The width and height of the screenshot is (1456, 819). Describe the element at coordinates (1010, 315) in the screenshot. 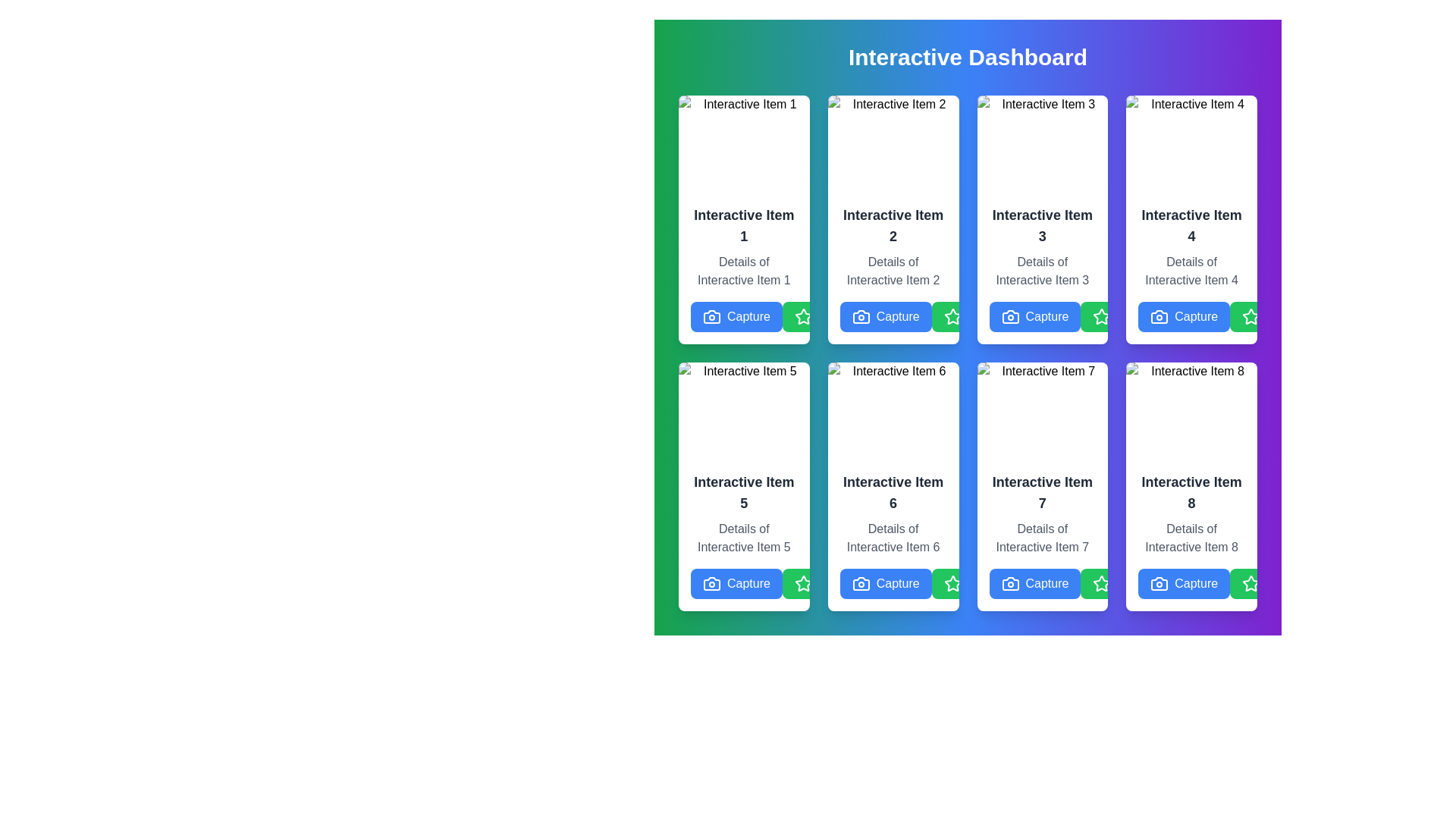

I see `the camera icon, which is a minimalistic representation with a rectangle body and a lens circle, located within the action buttons section of 'Interactive Item 3'` at that location.